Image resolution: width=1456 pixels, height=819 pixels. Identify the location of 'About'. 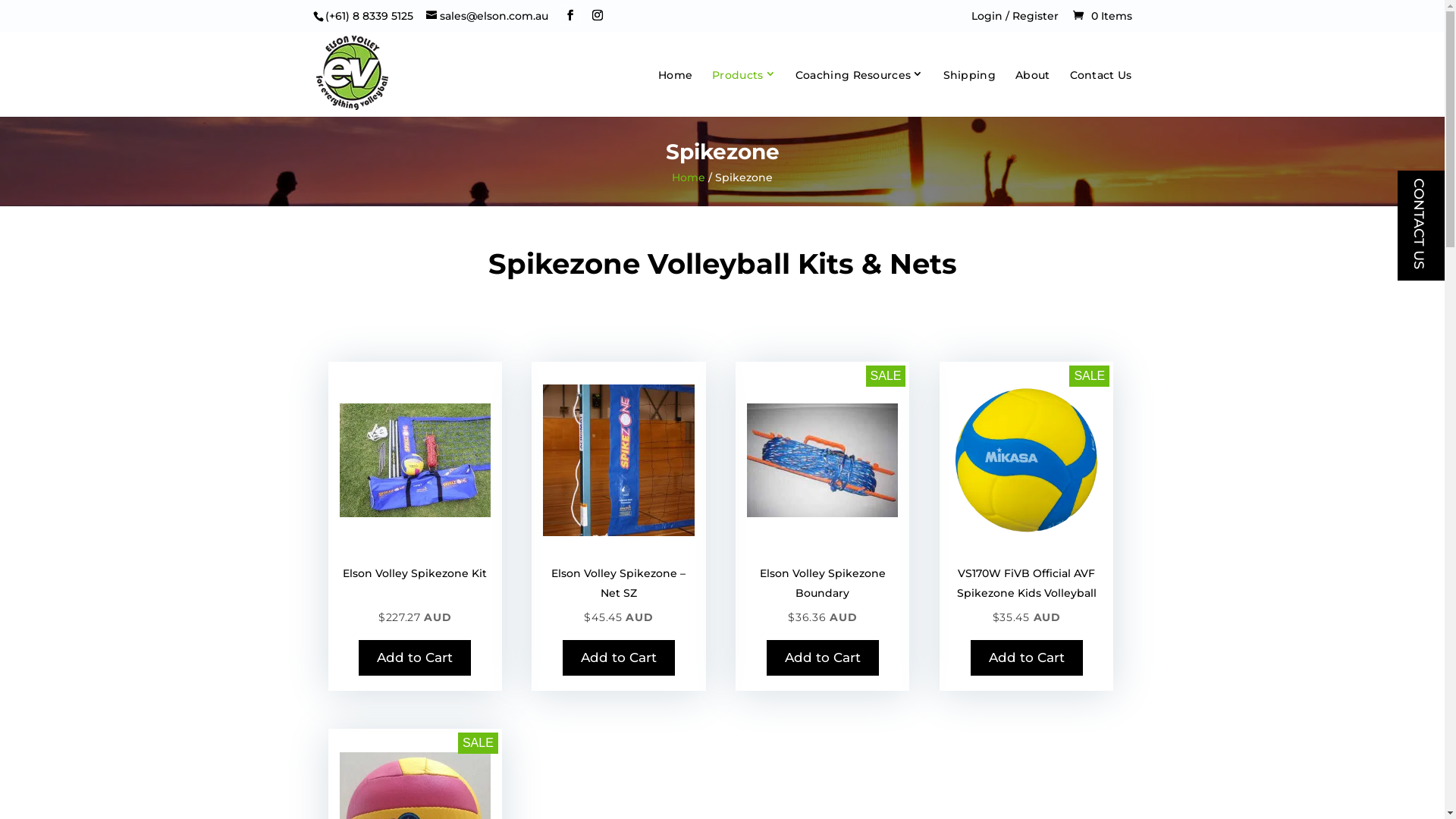
(1032, 93).